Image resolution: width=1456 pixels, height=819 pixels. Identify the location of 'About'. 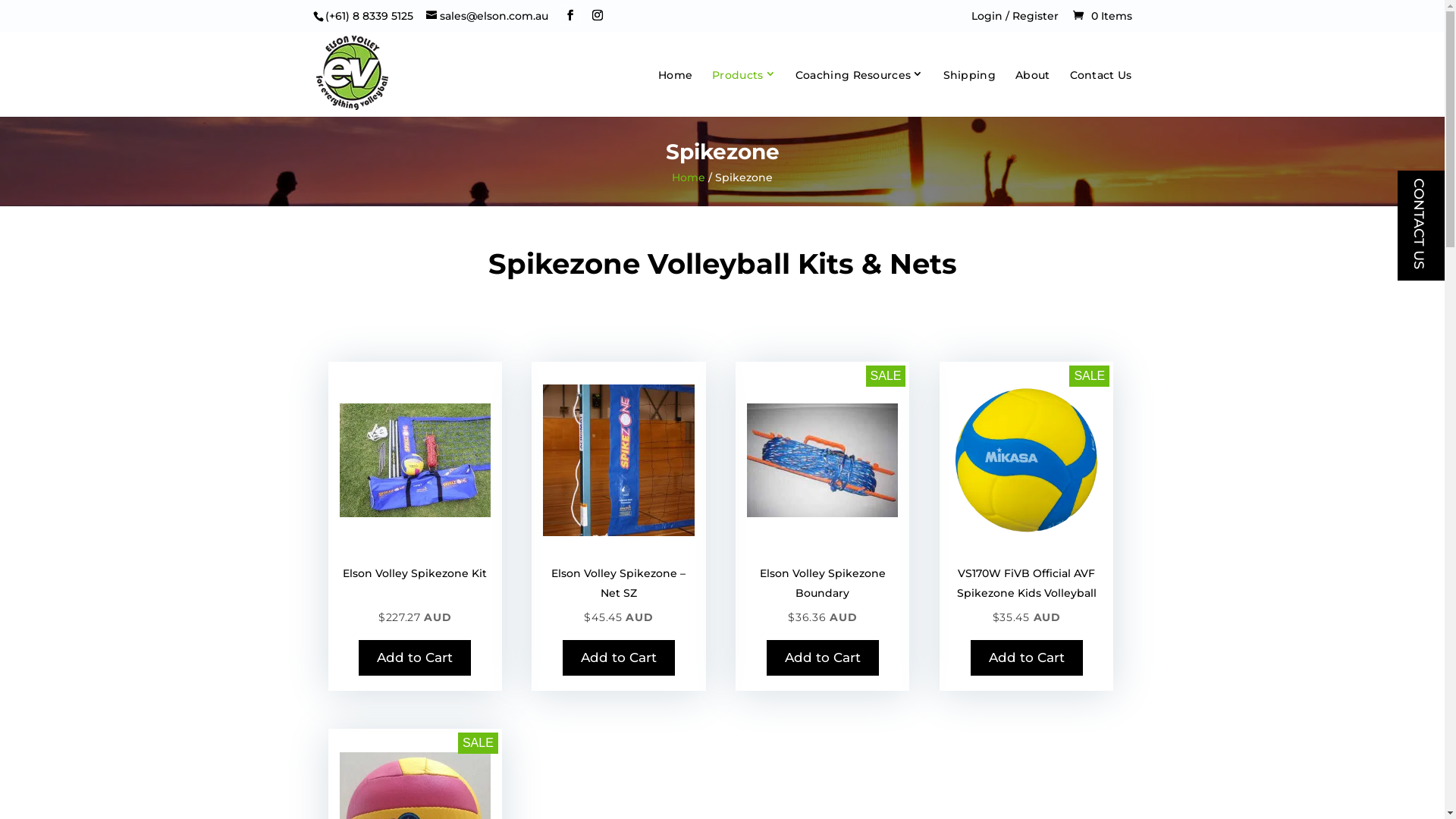
(1032, 93).